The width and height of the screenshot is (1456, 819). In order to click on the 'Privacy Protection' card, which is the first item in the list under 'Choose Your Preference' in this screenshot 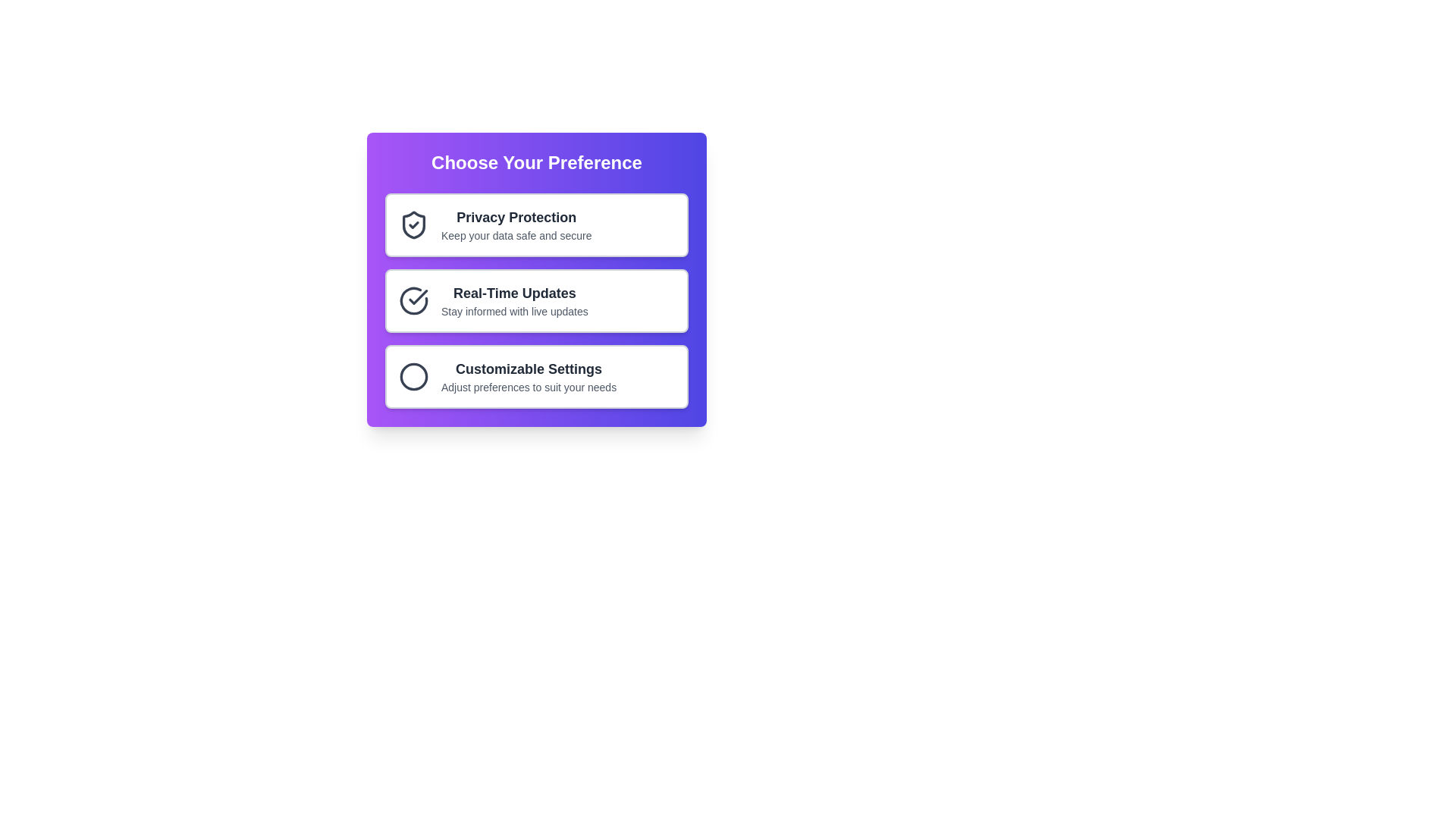, I will do `click(537, 225)`.